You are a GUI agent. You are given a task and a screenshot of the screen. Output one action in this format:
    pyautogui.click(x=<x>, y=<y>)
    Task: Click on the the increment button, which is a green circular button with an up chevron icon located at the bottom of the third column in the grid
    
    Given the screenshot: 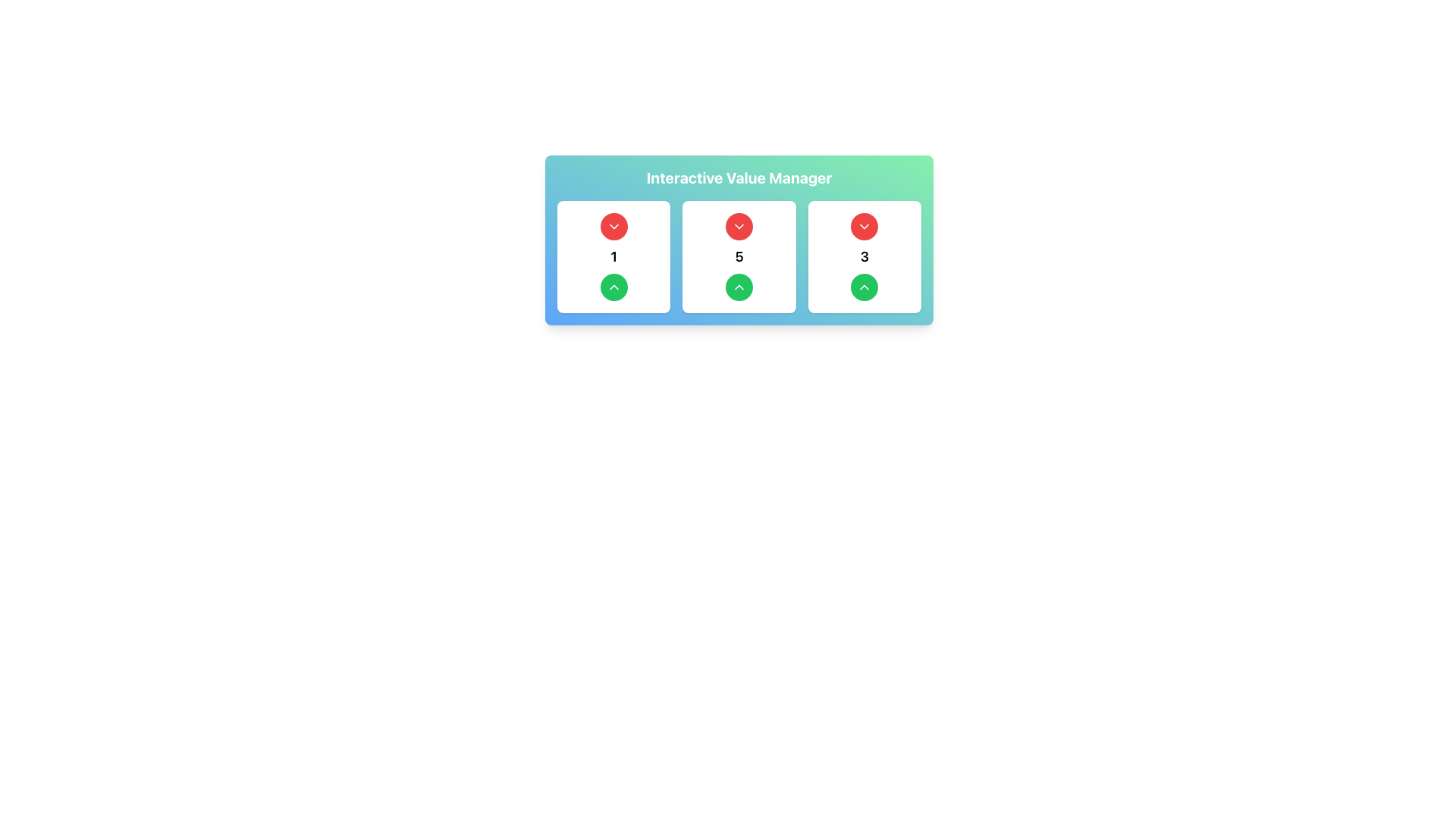 What is the action you would take?
    pyautogui.click(x=864, y=287)
    